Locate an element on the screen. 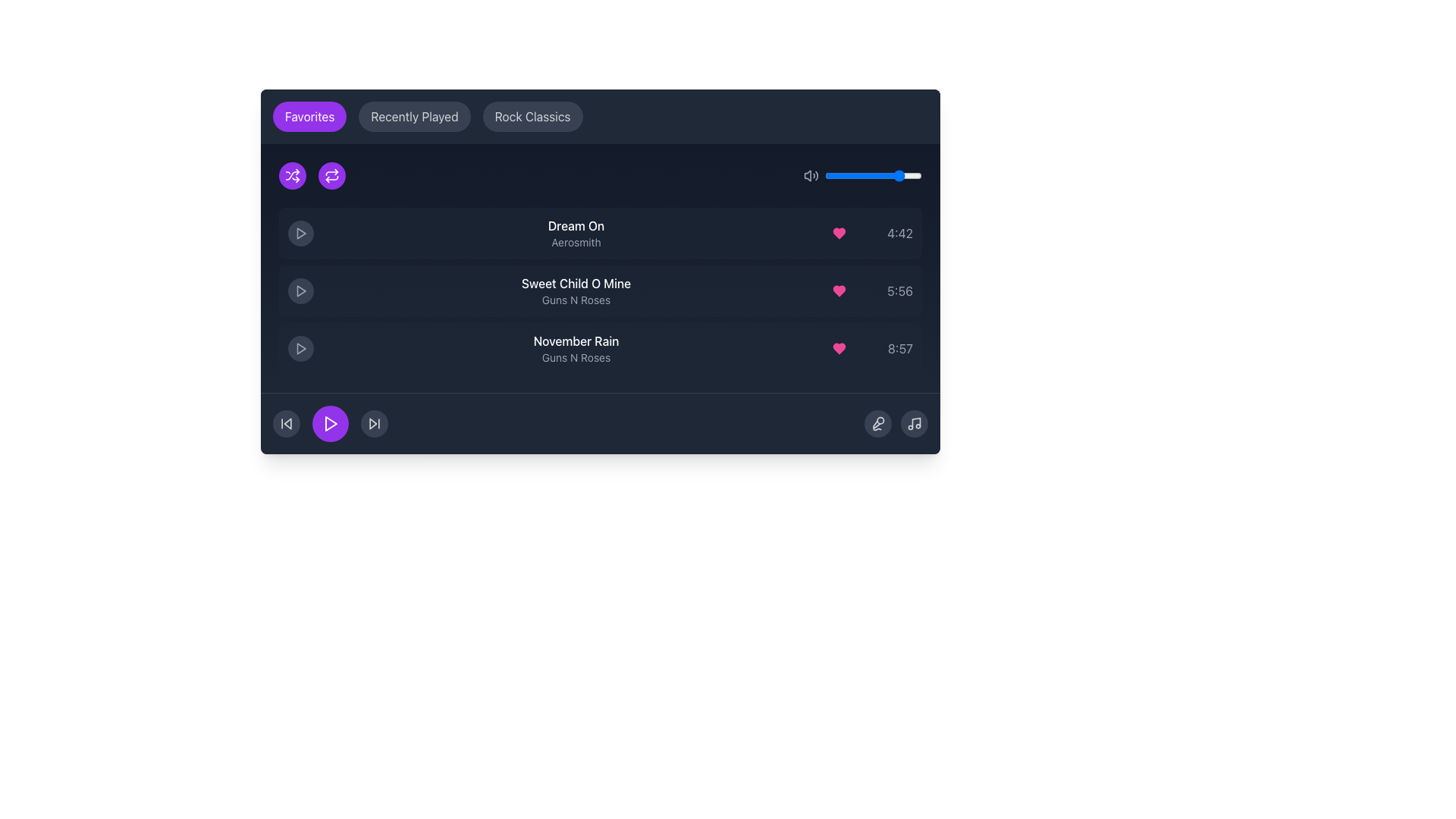 The width and height of the screenshot is (1456, 819). the play button located at the bottom center of the interface, which is positioned between the backward-skip and forward-skip buttons is located at coordinates (330, 424).